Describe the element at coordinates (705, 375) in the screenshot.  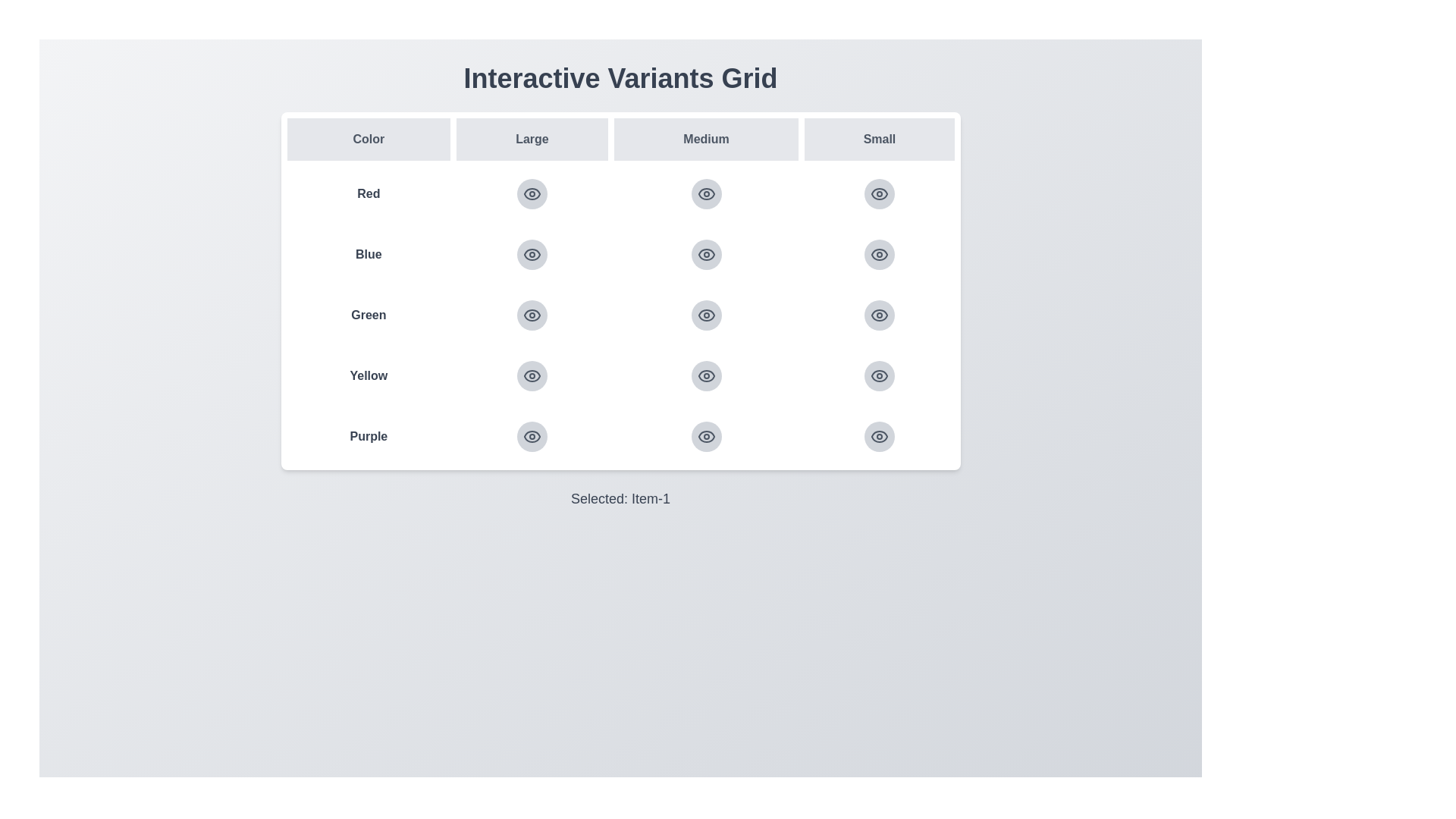
I see `the Eye icon in the fourth row and third column of the Interactive Variants Grid` at that location.